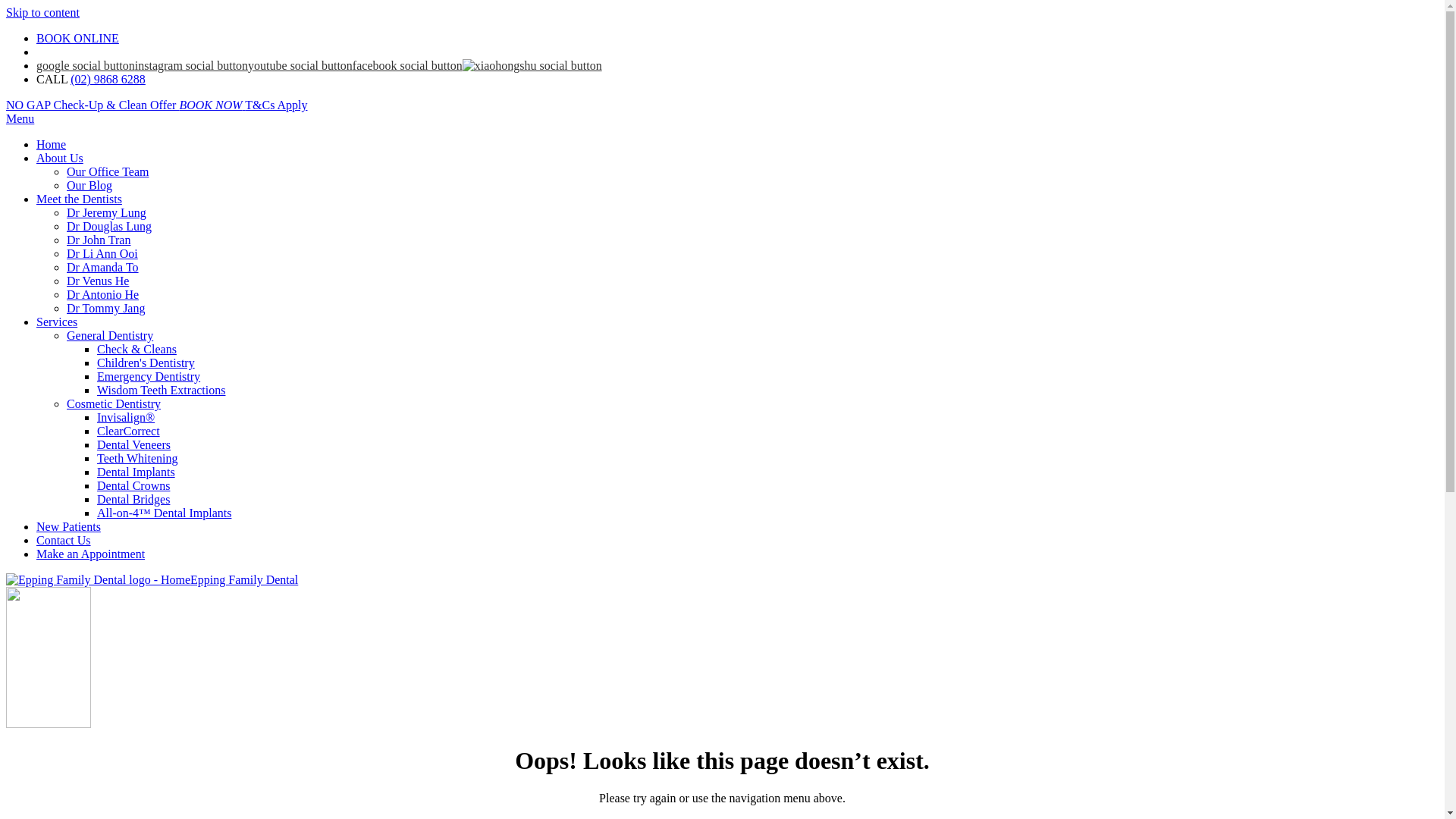  What do you see at coordinates (65, 294) in the screenshot?
I see `'Dr Antonio He'` at bounding box center [65, 294].